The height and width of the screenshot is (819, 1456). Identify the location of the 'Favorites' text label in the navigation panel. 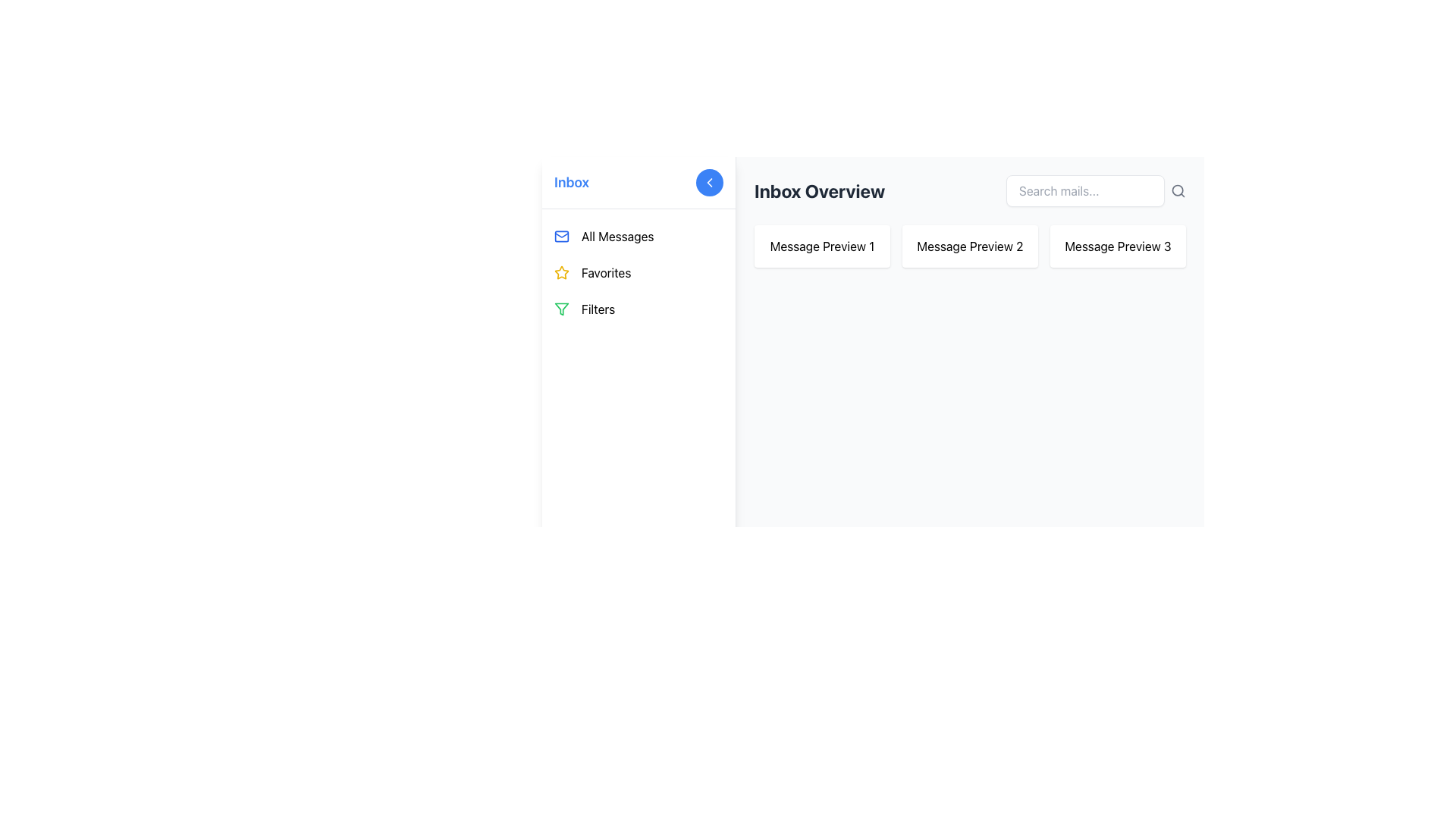
(605, 271).